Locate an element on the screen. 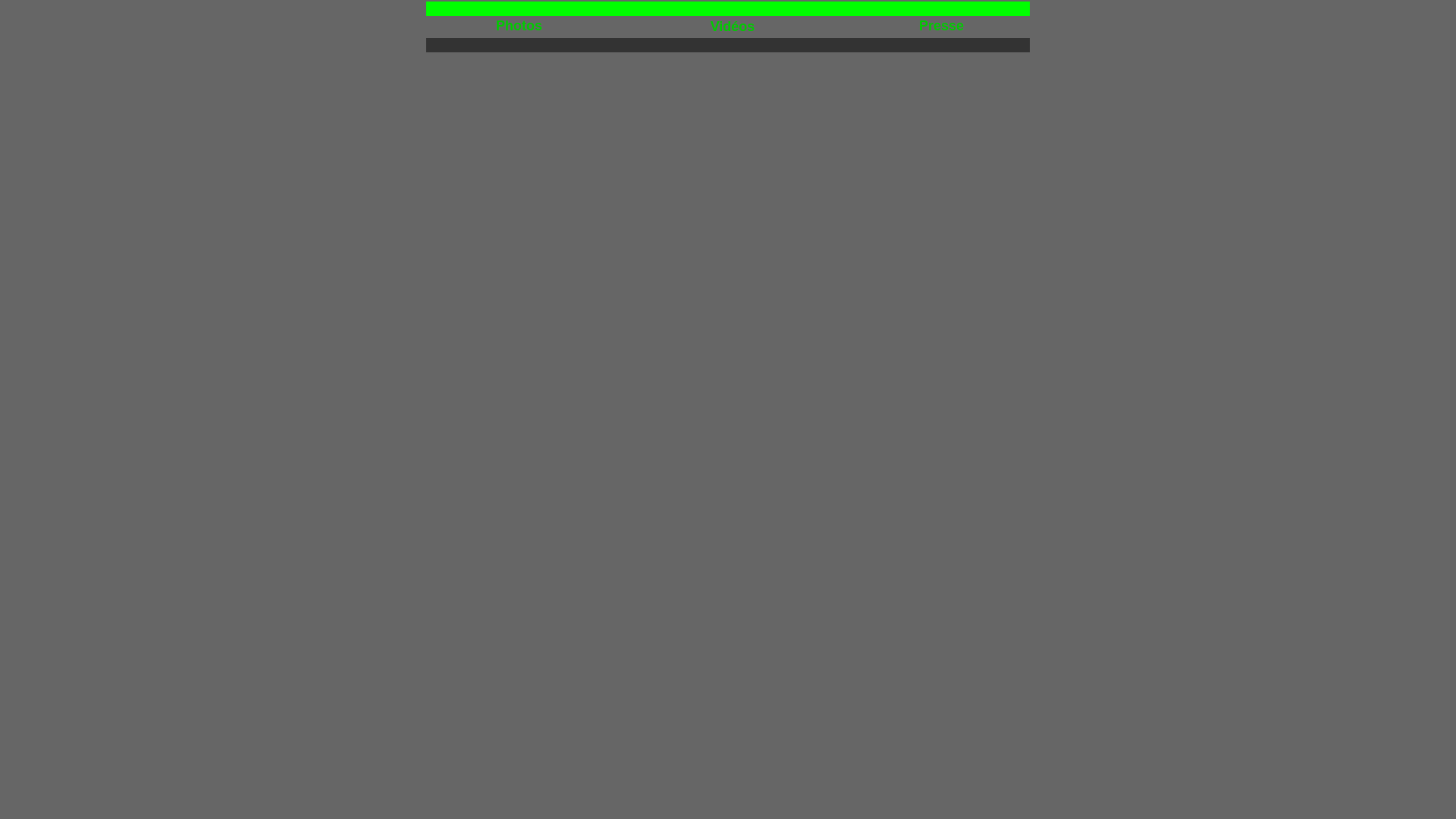 The width and height of the screenshot is (1456, 819). 'Photos' is located at coordinates (519, 26).